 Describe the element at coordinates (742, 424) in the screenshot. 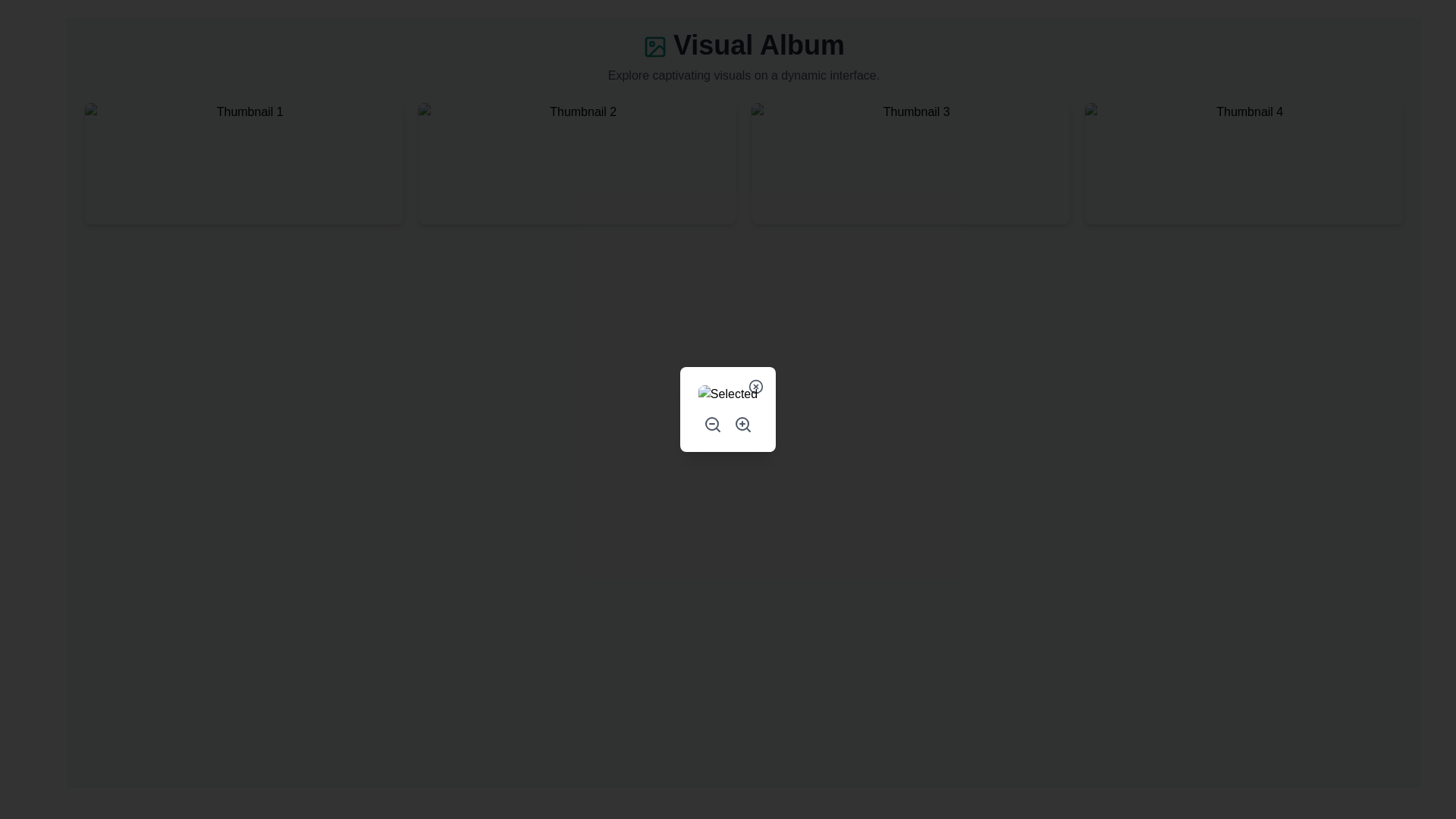

I see `the zoom-in button icon, which is the second icon in a horizontal arrangement of icons, to change its color` at that location.